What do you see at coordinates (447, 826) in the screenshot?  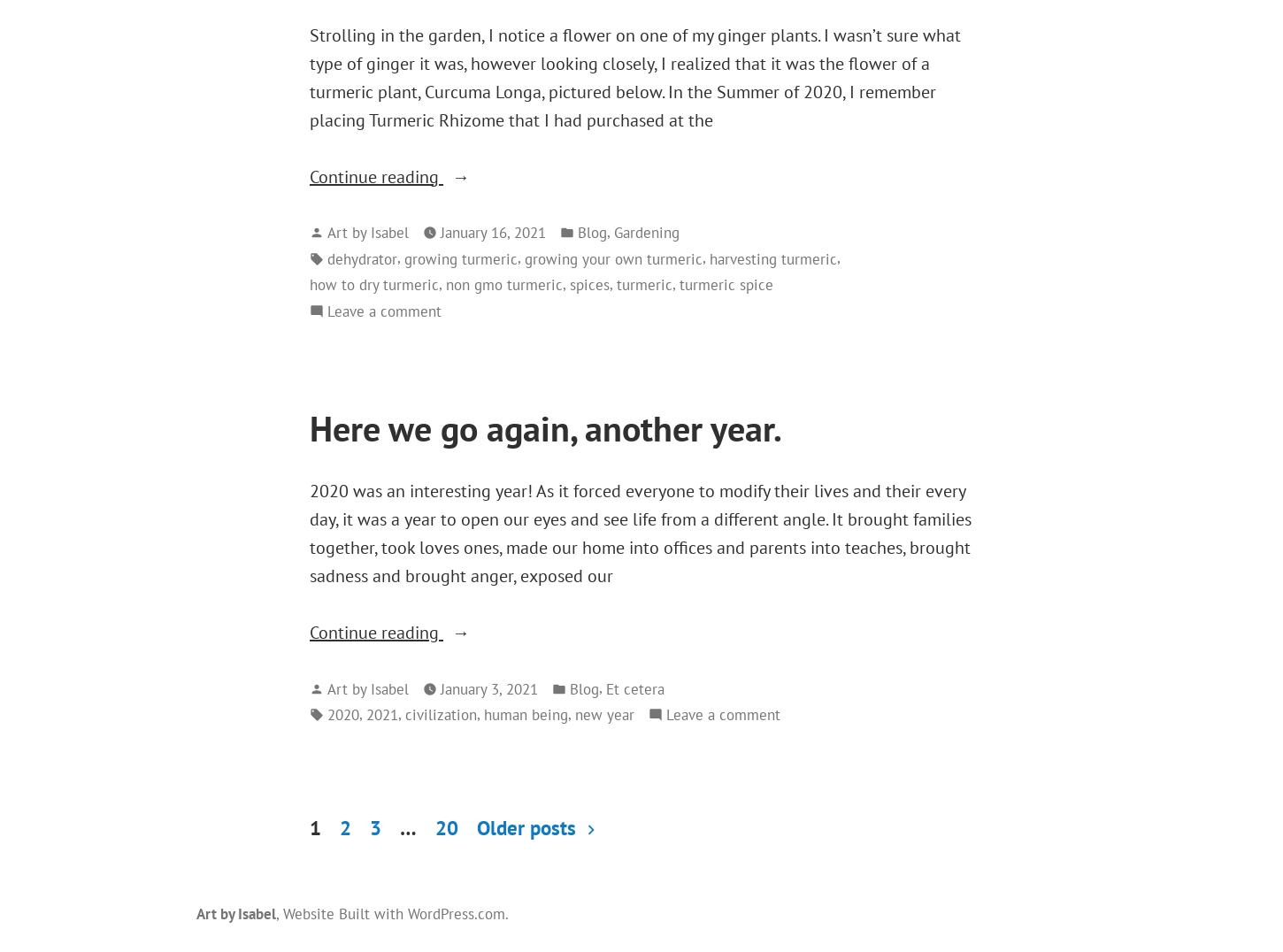 I see `'20'` at bounding box center [447, 826].